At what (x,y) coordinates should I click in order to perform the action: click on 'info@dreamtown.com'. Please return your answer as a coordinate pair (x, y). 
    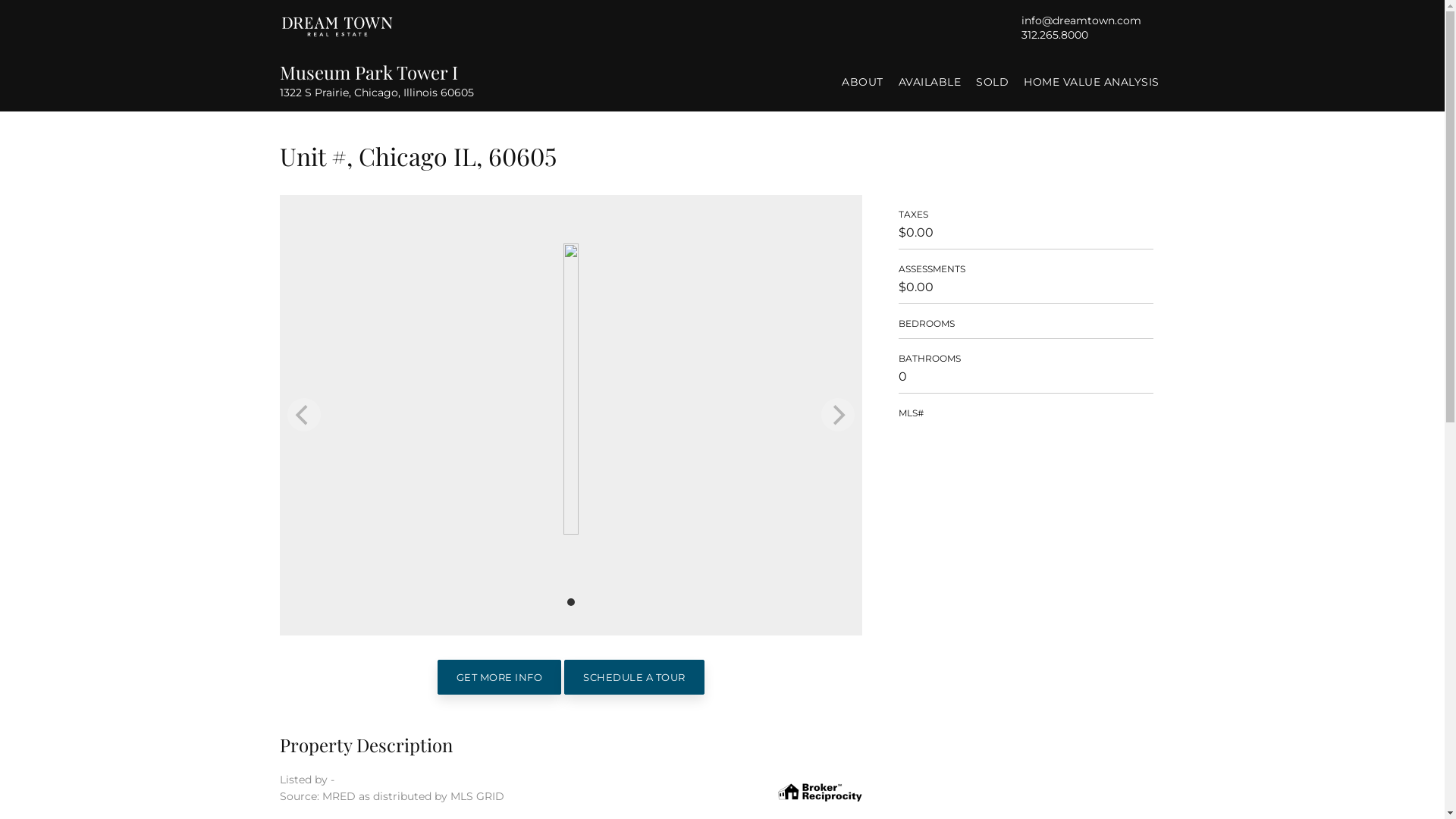
    Looking at the image, I should click on (1080, 20).